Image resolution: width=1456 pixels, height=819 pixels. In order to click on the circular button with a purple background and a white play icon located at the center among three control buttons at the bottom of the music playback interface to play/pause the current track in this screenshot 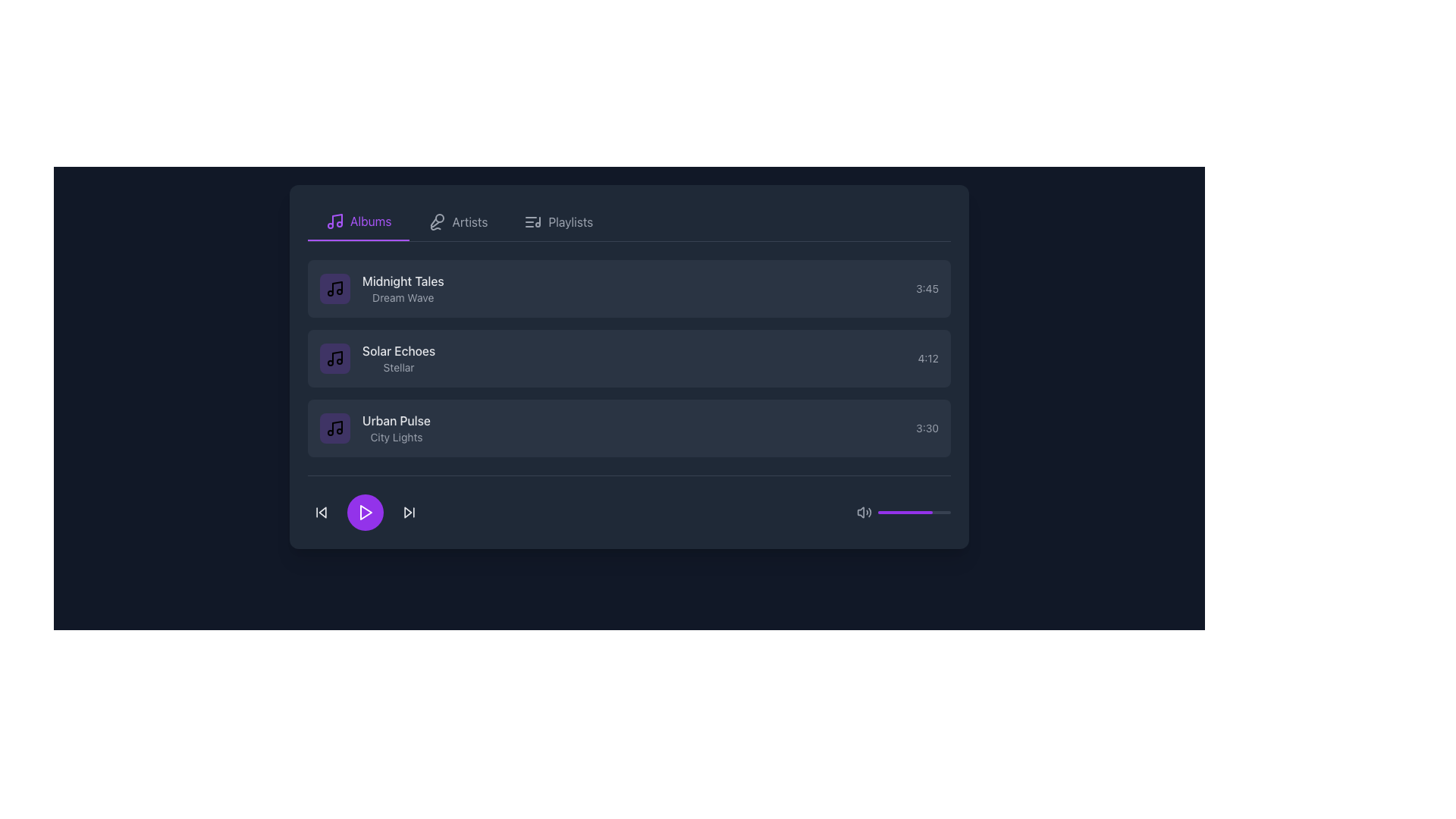, I will do `click(365, 512)`.